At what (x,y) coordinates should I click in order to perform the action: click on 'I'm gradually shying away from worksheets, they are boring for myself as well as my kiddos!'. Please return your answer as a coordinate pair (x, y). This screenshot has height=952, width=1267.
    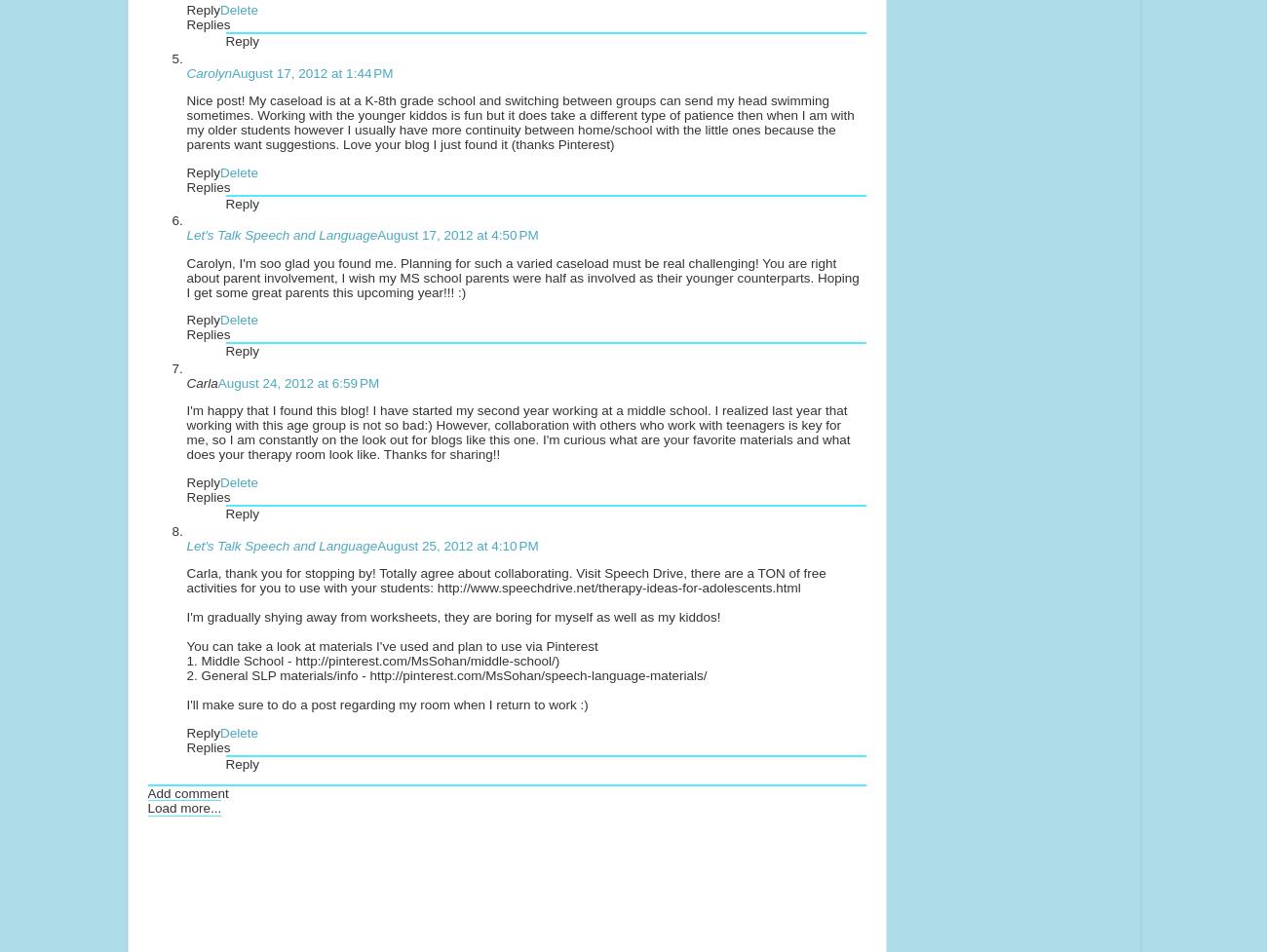
    Looking at the image, I should click on (452, 616).